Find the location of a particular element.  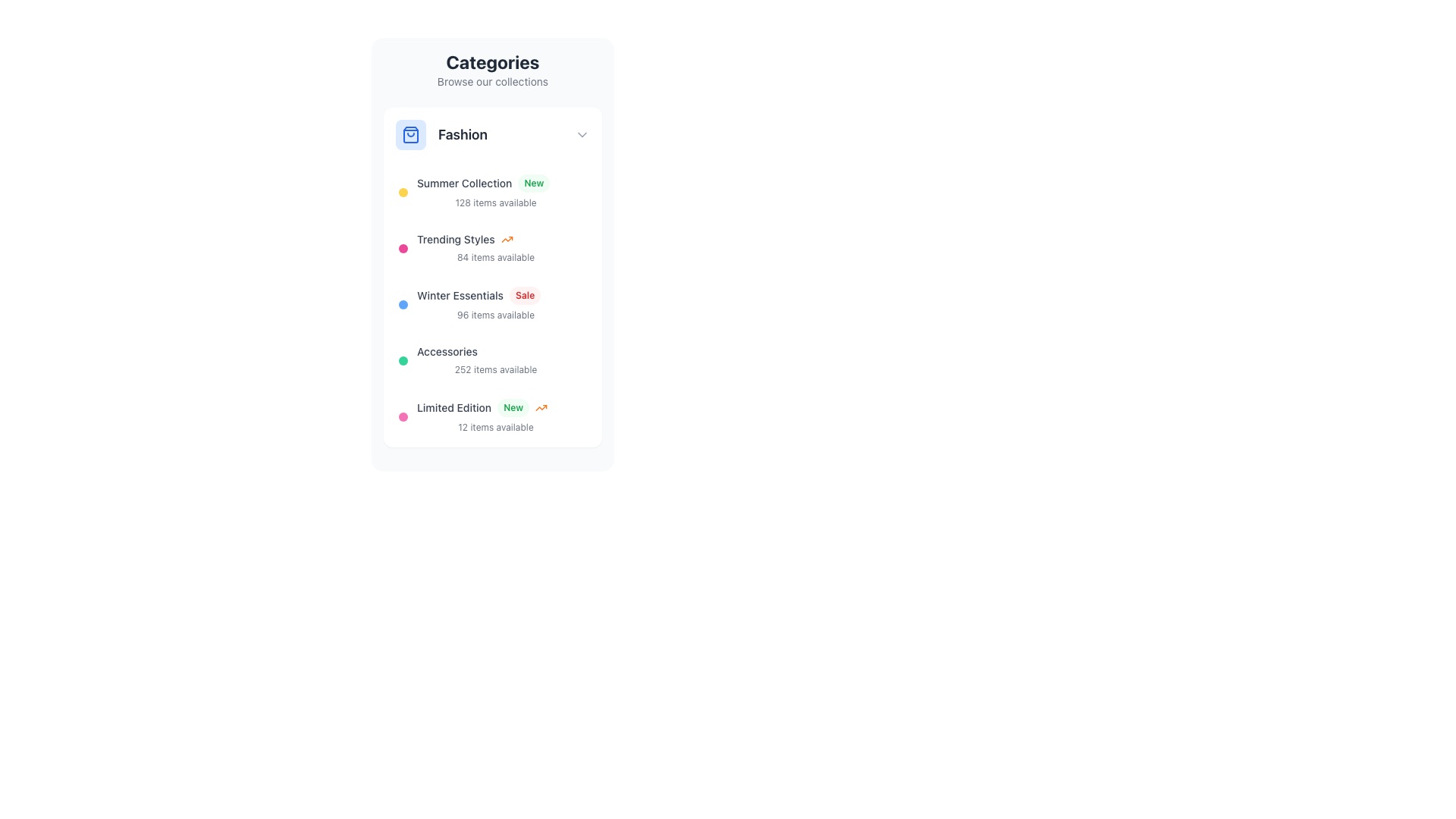

the 'Accessories' category label, which is the fourth element in the vertical list of categories in the fashion section, located between 'Winter Essentials' and 'Limited Edition' is located at coordinates (447, 351).